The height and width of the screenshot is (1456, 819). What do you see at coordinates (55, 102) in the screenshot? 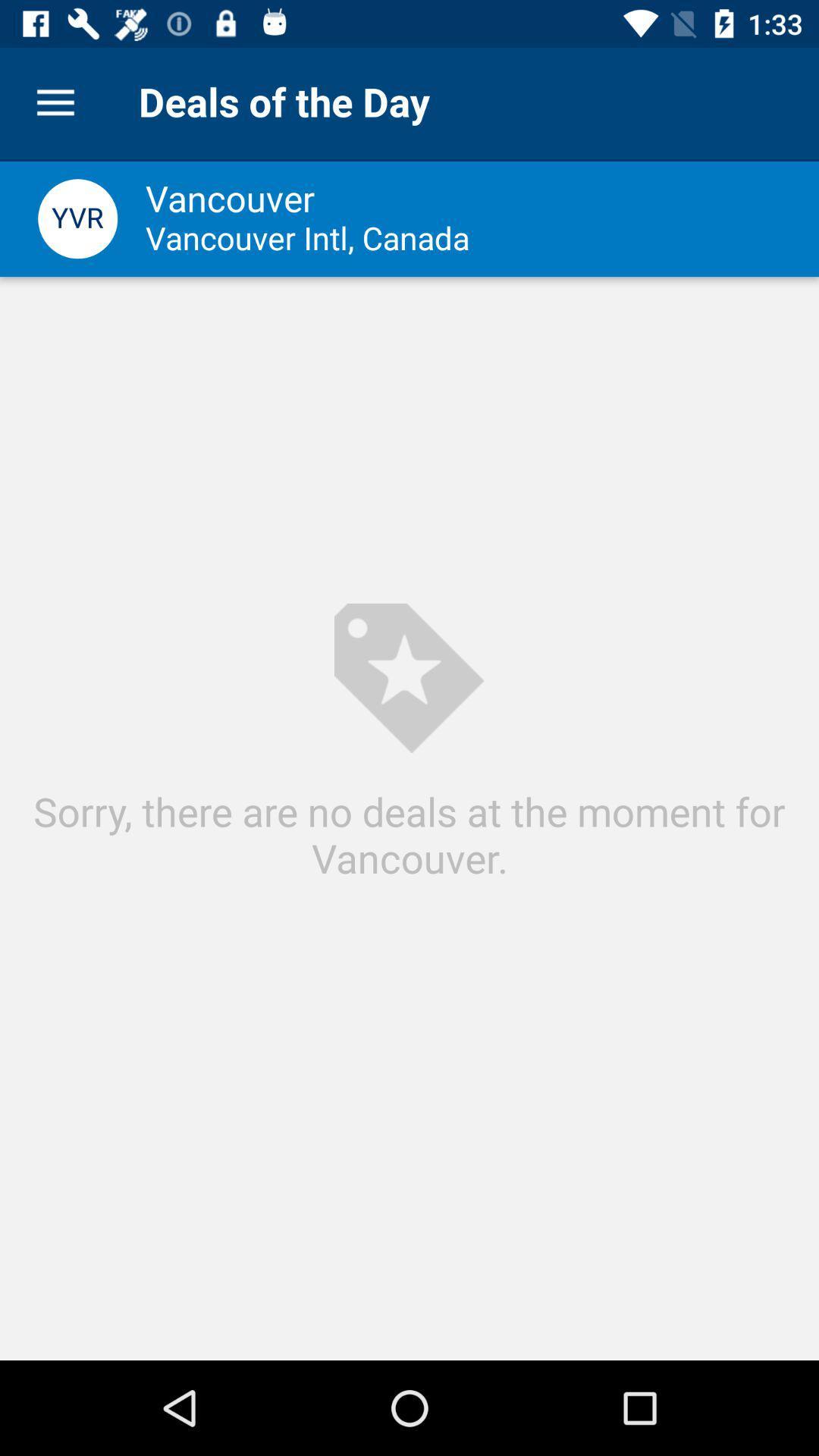
I see `the icon next to the deals of the item` at bounding box center [55, 102].